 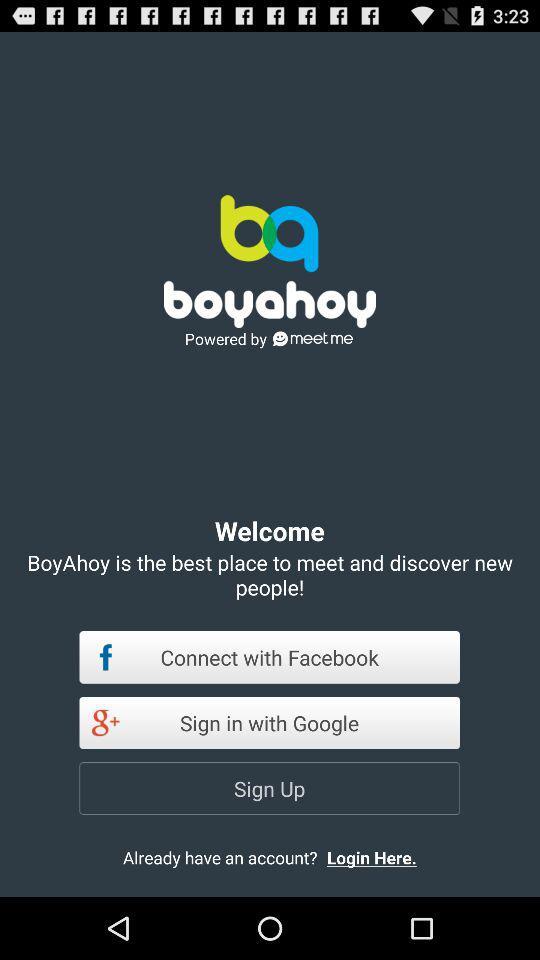 What do you see at coordinates (388, 856) in the screenshot?
I see `the login here.` at bounding box center [388, 856].